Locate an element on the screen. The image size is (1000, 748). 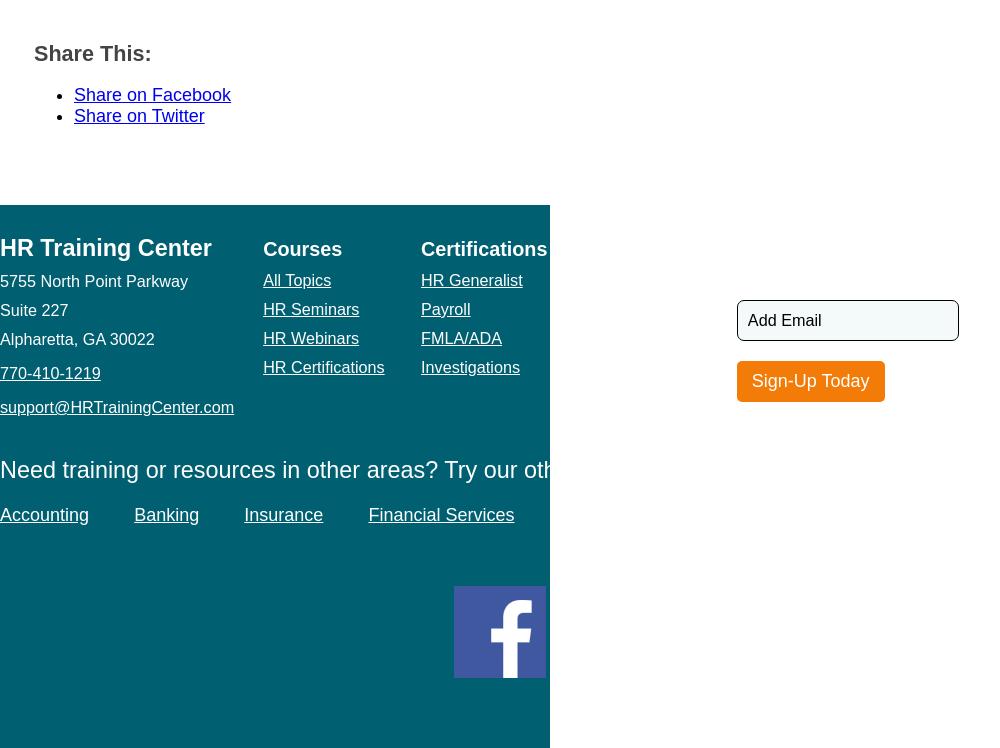
'Real Estate' is located at coordinates (604, 514).